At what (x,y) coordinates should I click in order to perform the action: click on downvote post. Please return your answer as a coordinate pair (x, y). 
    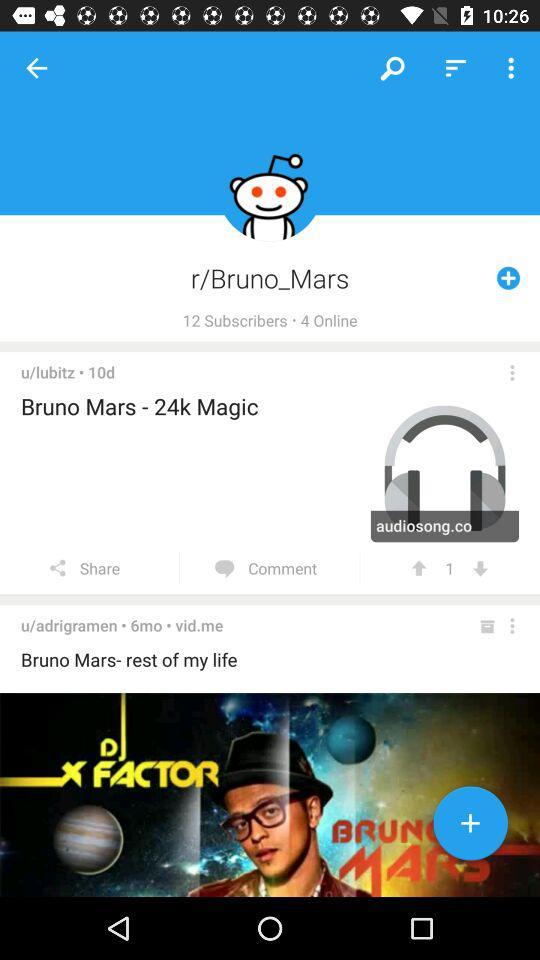
    Looking at the image, I should click on (479, 568).